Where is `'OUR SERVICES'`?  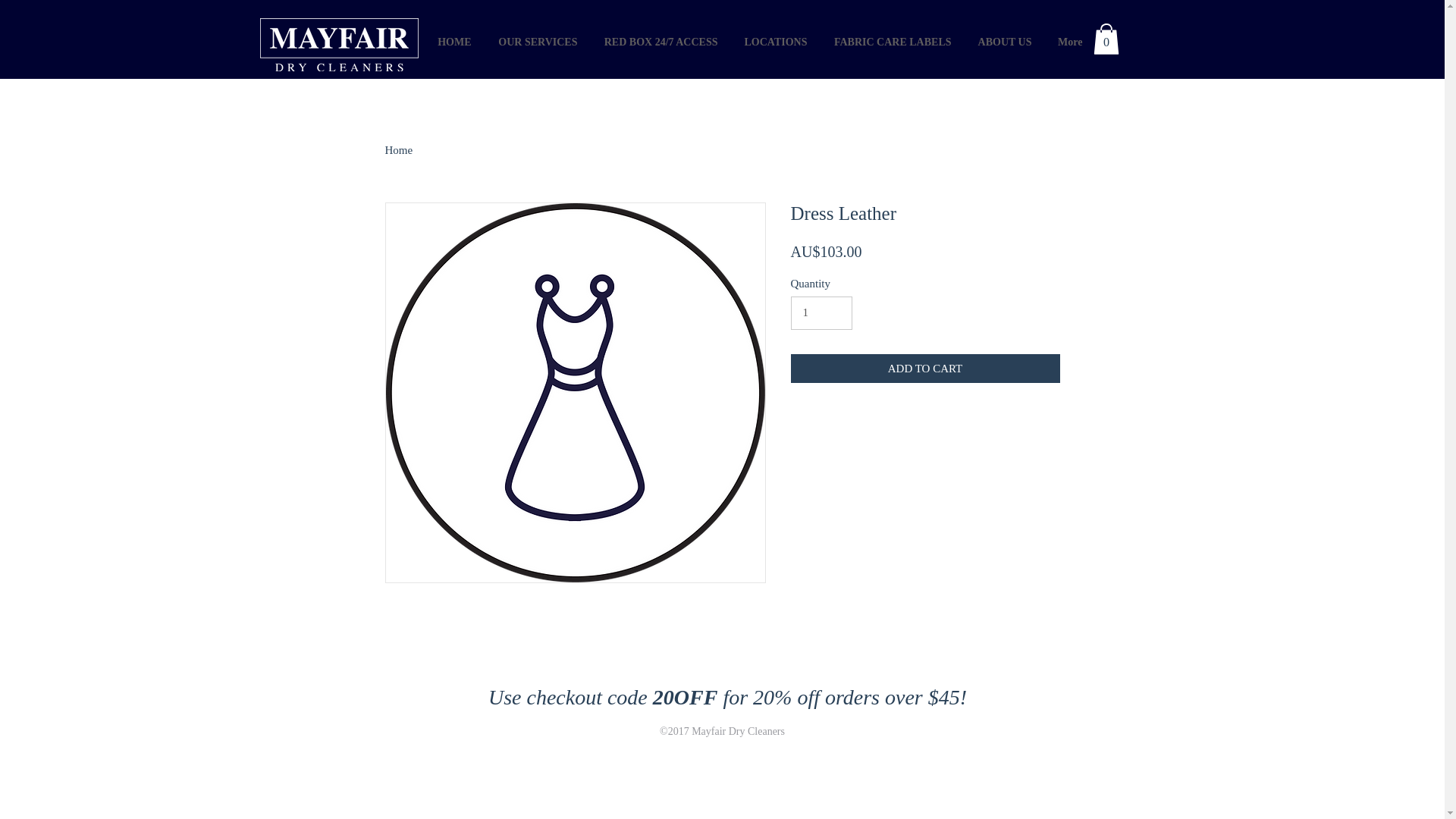 'OUR SERVICES' is located at coordinates (535, 41).